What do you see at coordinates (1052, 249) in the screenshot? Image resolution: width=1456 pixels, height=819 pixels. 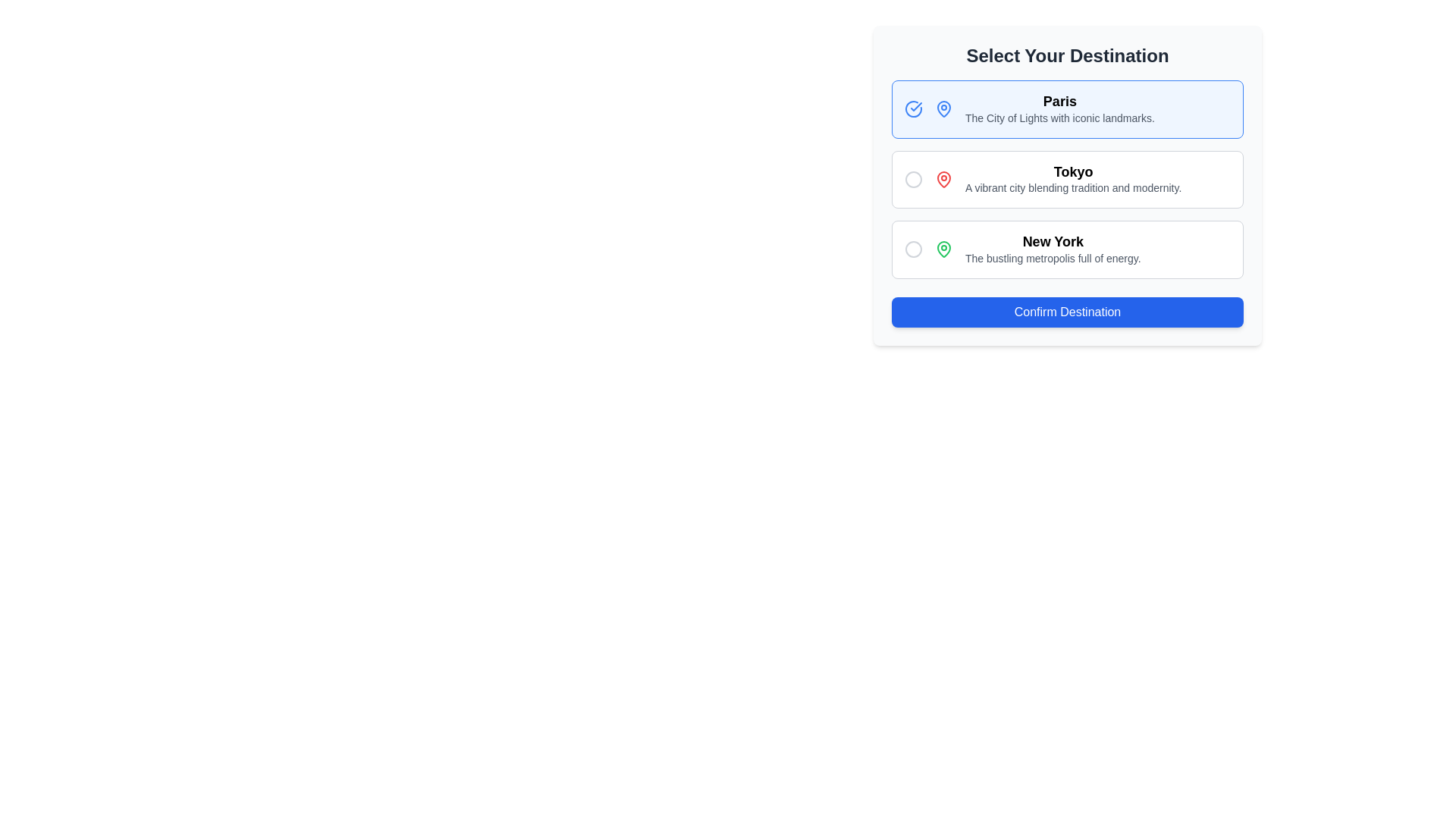 I see `descriptive name and tagline for the 'New York' destination in the text block located below the 'Paris' and 'Tokyo' options in the vertical list of destinations labeled 'Select Your Destination'` at bounding box center [1052, 249].